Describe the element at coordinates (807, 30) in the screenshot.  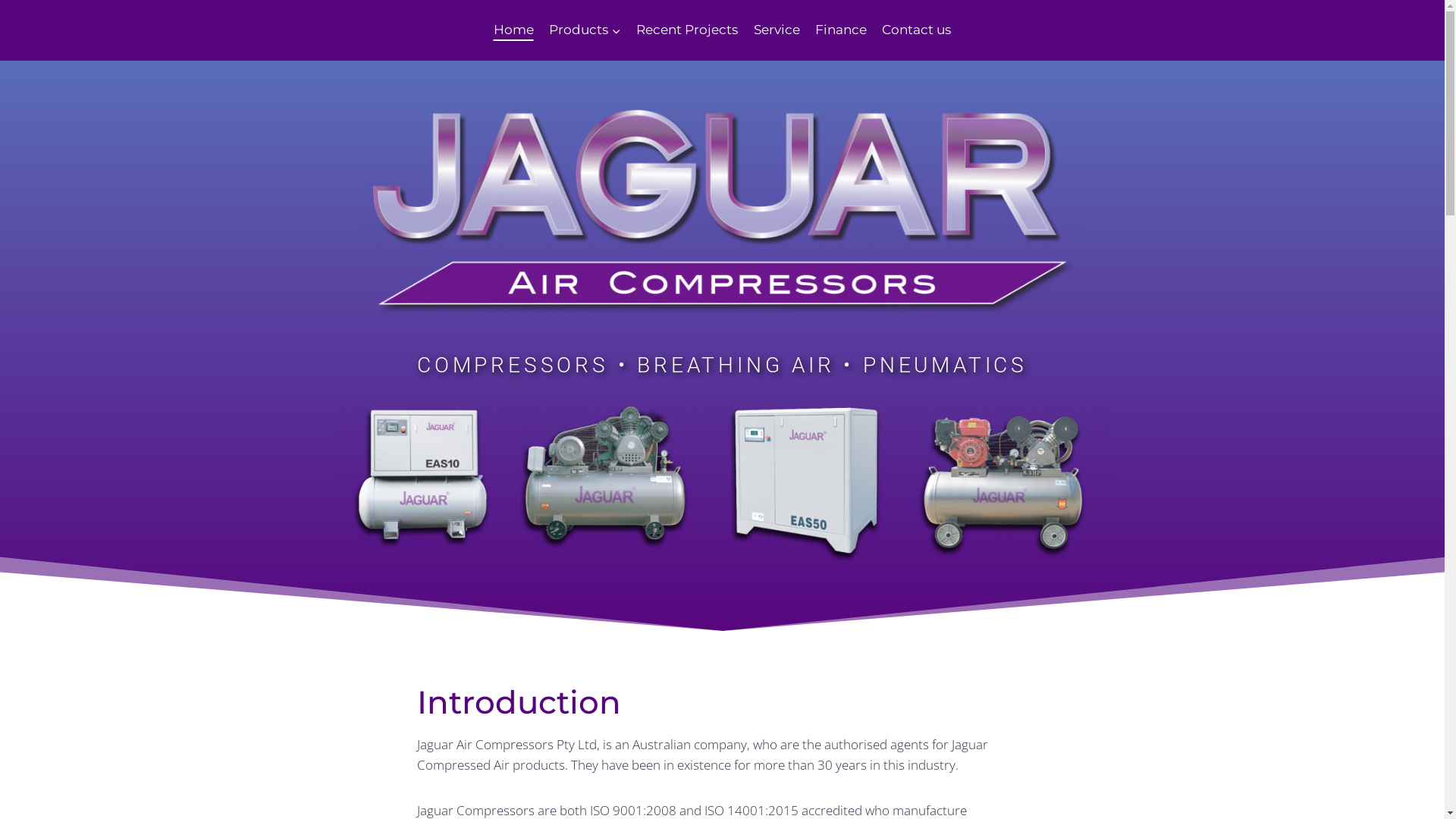
I see `'Finance'` at that location.